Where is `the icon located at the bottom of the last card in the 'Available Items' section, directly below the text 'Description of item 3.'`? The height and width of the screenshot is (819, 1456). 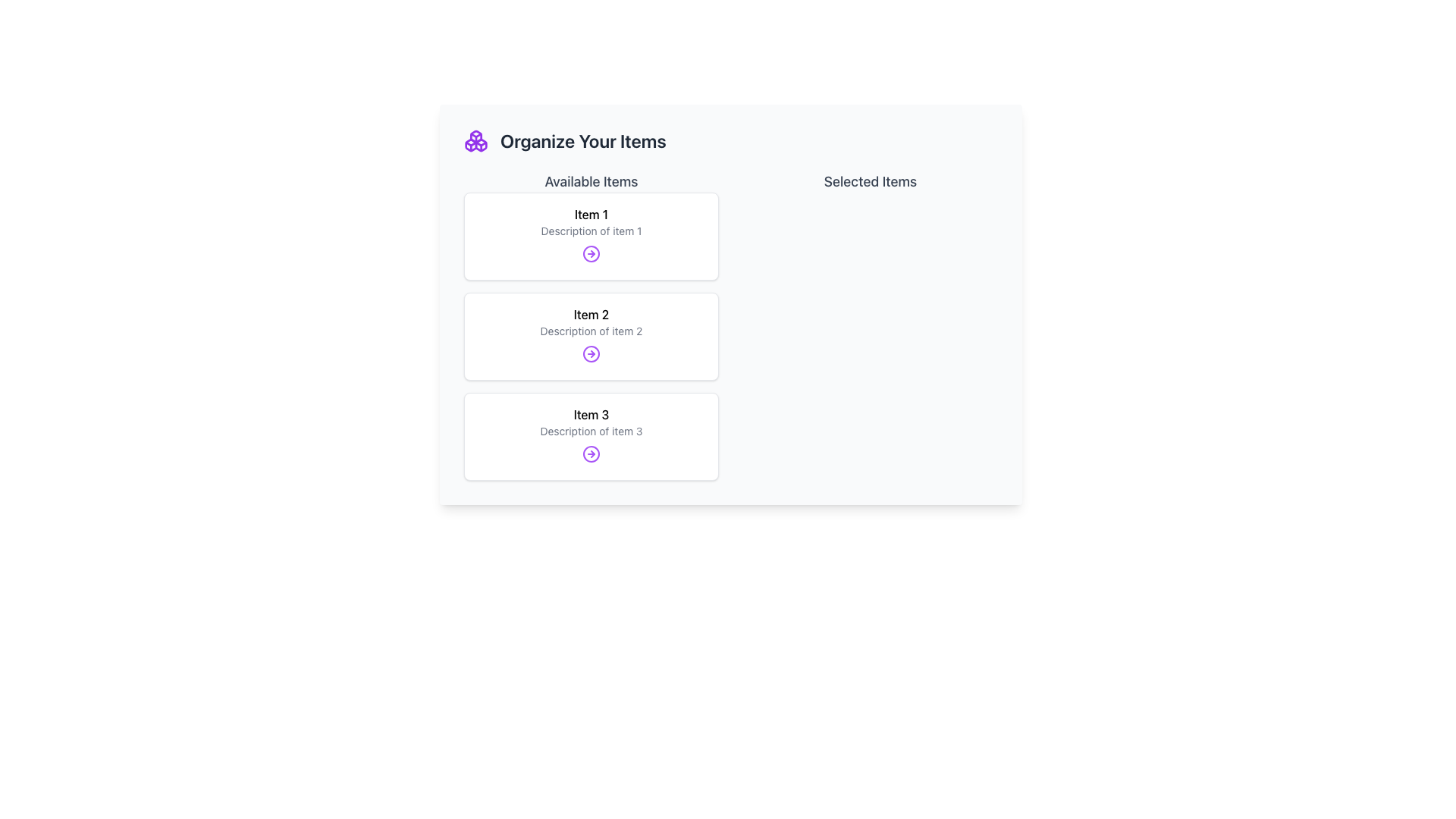
the icon located at the bottom of the last card in the 'Available Items' section, directly below the text 'Description of item 3.' is located at coordinates (590, 453).